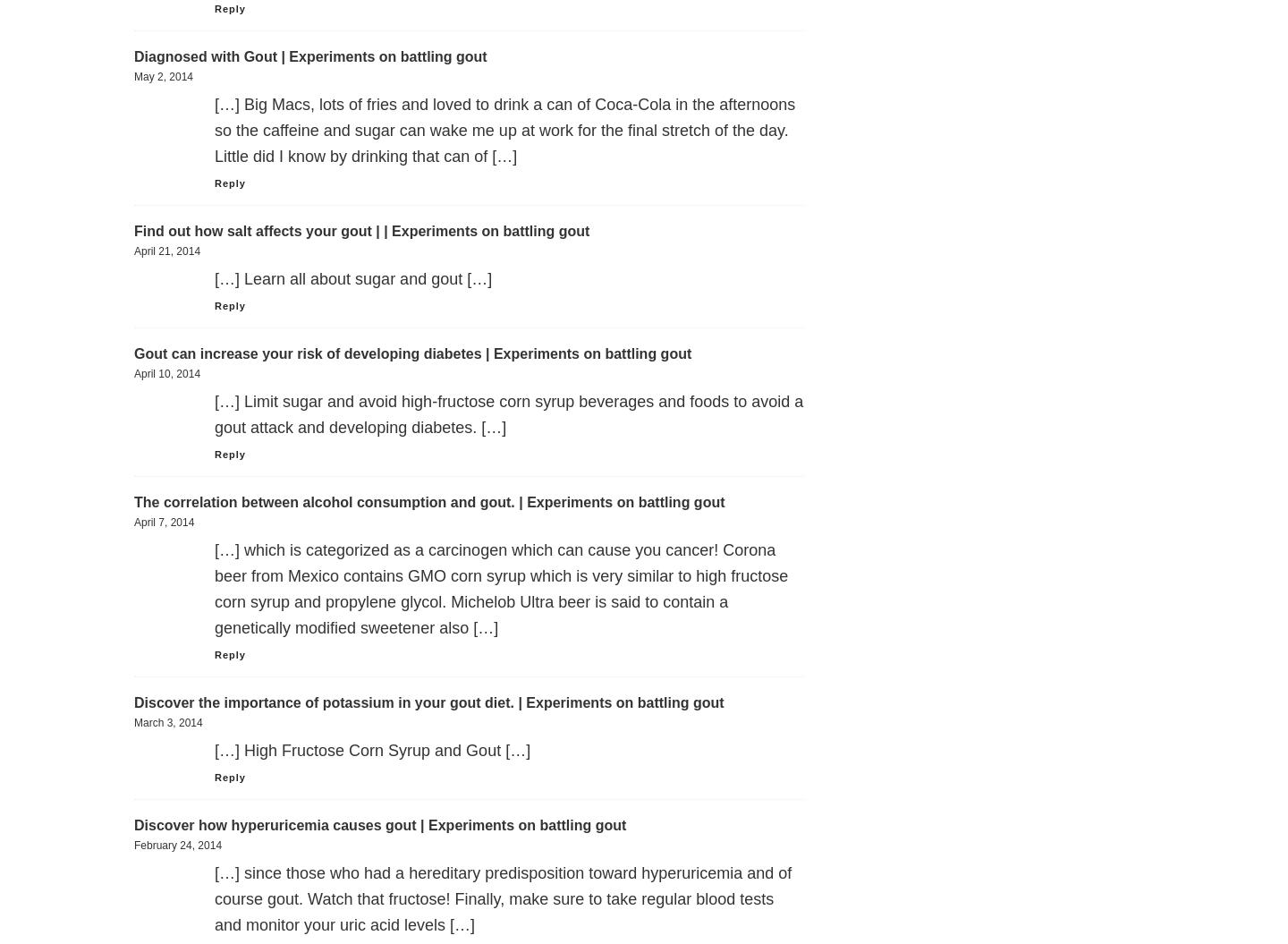  Describe the element at coordinates (503, 897) in the screenshot. I see `'[…] since those who had a hereditary predisposition toward hyperuricemia and of course gout. Watch that fructose! Finally, make sure to take regular blood tests and monitor your uric acid levels […]'` at that location.